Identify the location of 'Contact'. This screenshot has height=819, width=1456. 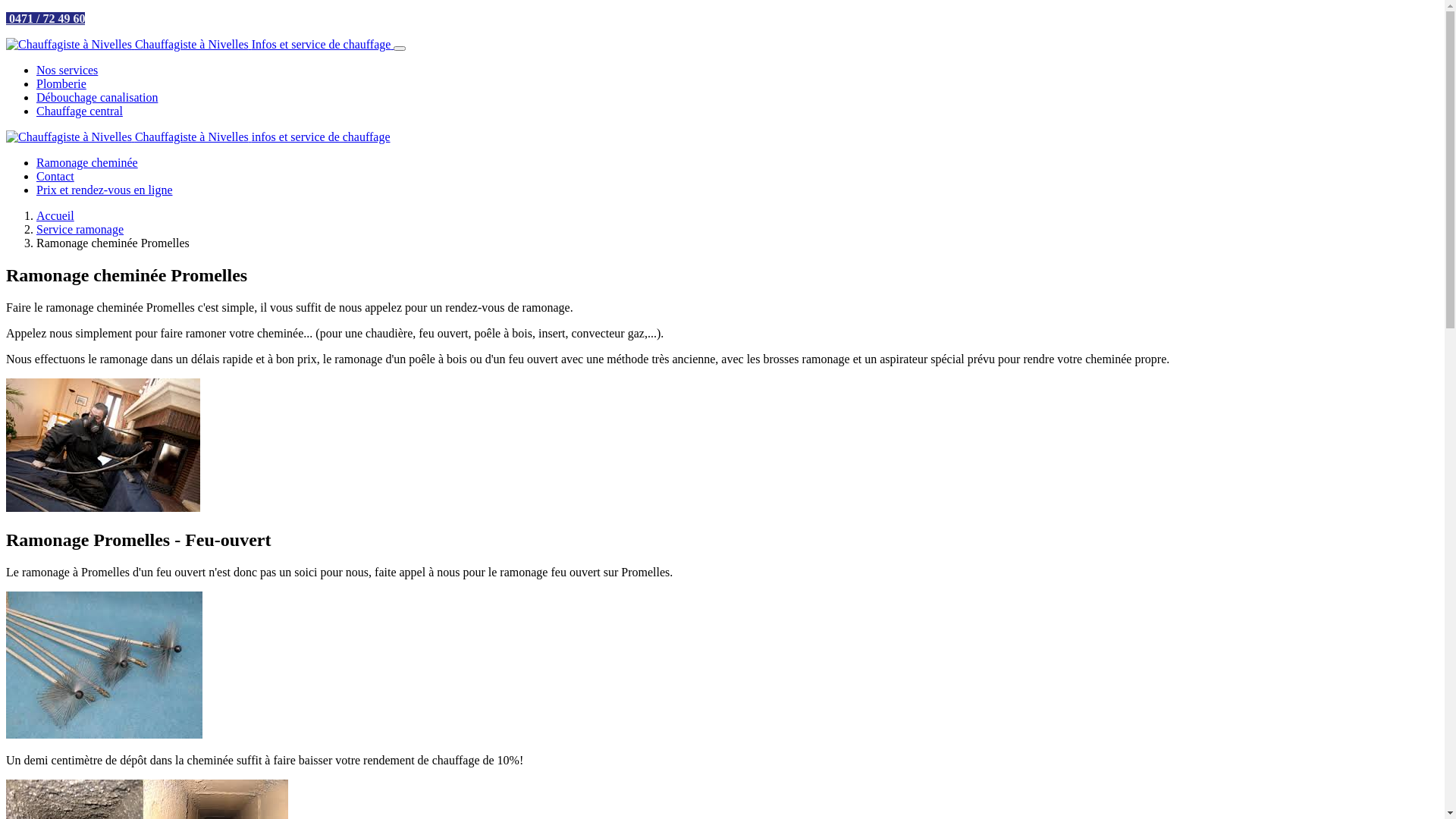
(55, 175).